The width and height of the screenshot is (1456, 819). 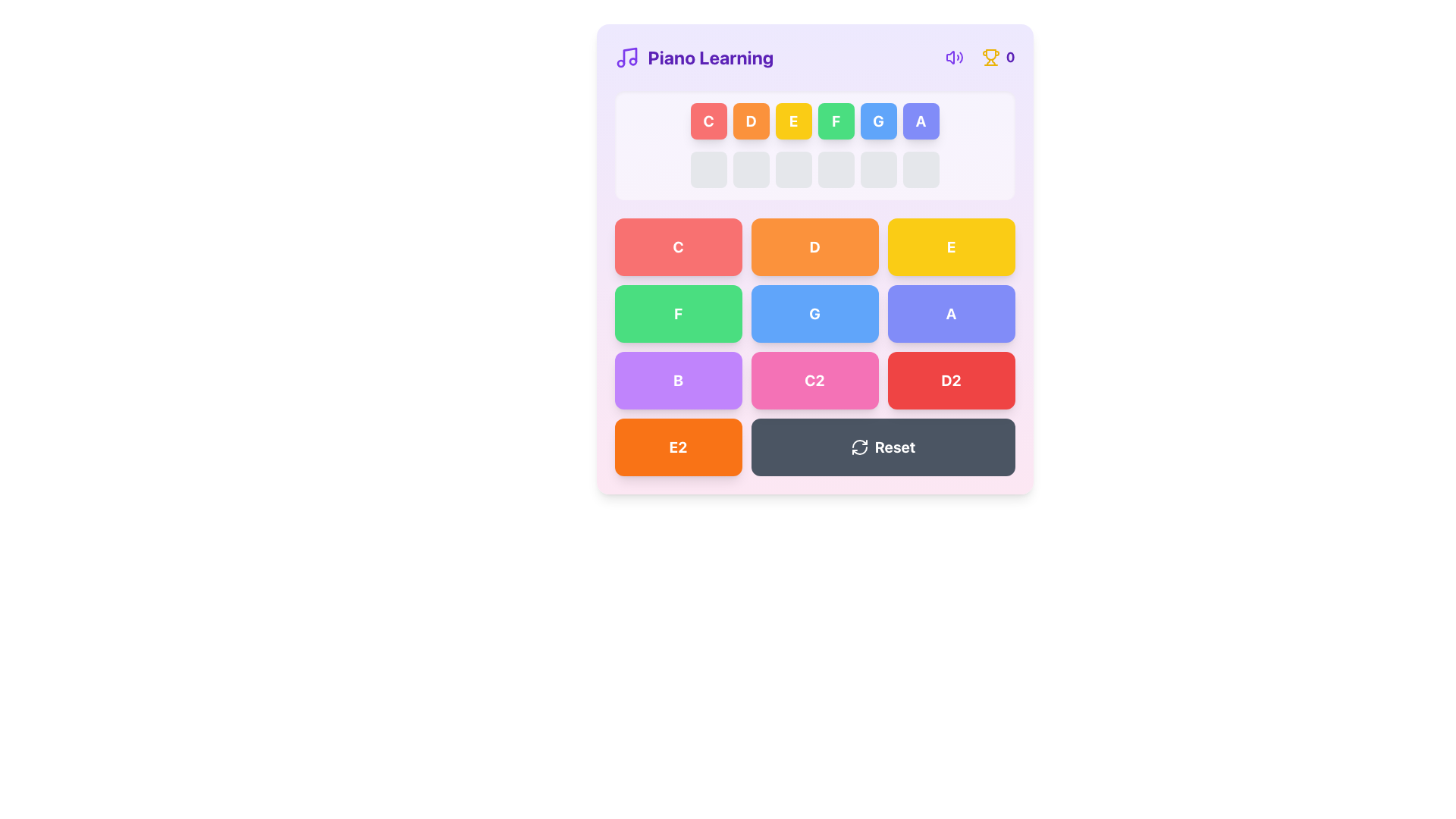 I want to click on the rectangular button with a bold 'D' in the center, styled with a bright orange background and white text, located in the second column of the first row under 'Piano Learning', so click(x=814, y=246).